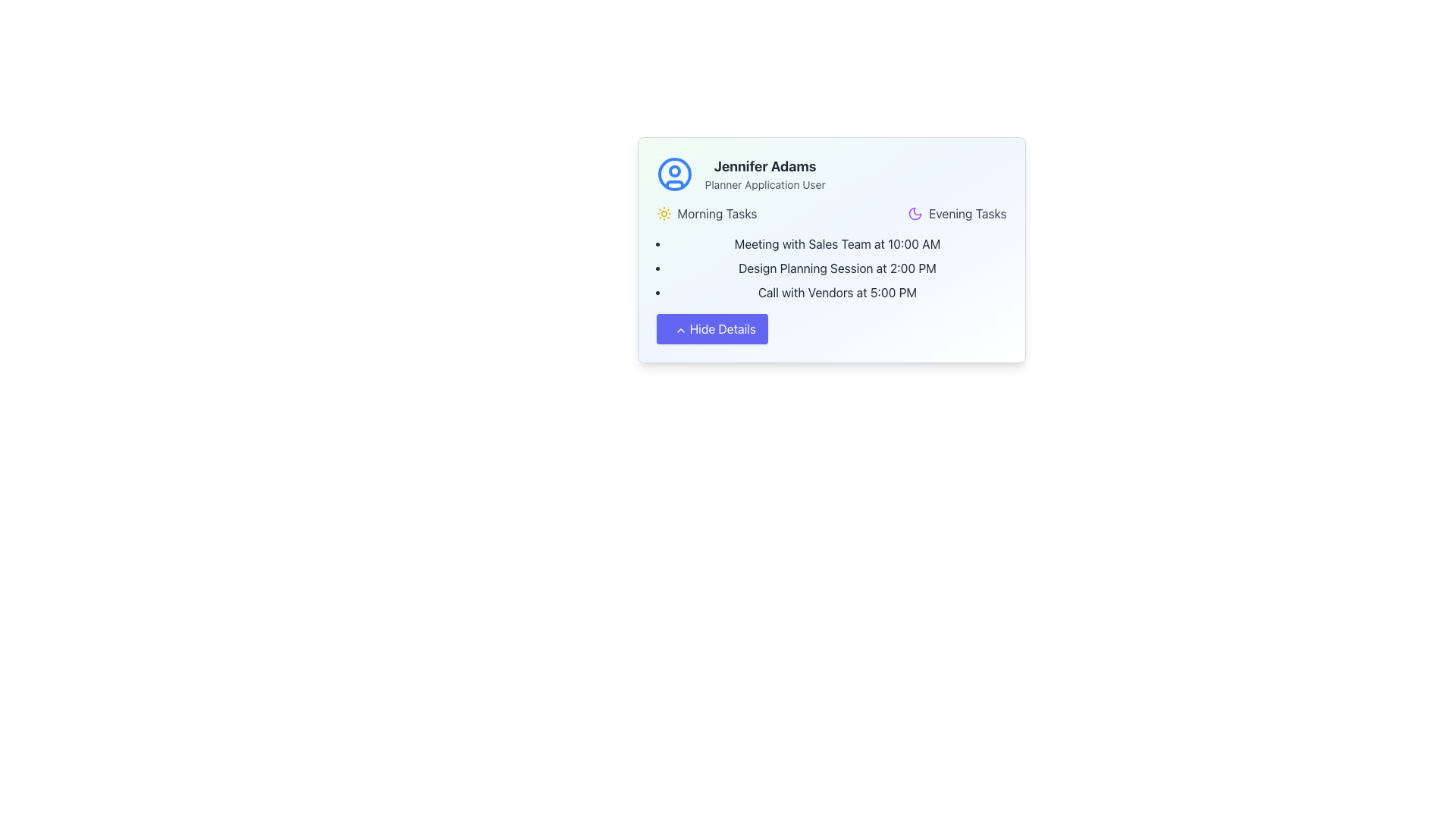 The height and width of the screenshot is (819, 1456). I want to click on the crescent moon-shaped SVG icon with a purple color in the top-right section of the task card interface, which represents the 'Evening Tasks' category, so click(915, 213).